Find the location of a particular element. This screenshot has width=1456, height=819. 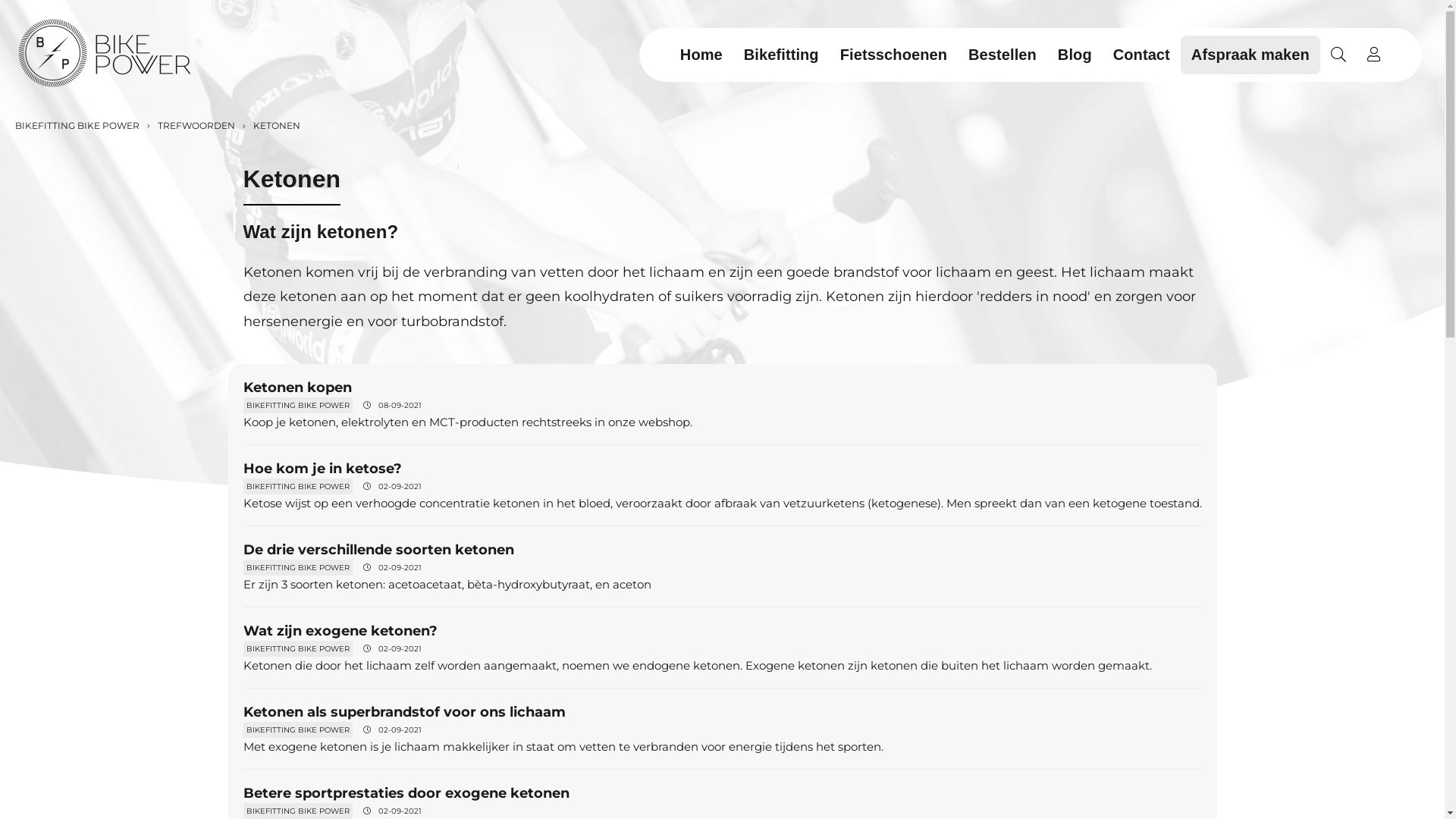

'Afspraak maken' is located at coordinates (1250, 53).